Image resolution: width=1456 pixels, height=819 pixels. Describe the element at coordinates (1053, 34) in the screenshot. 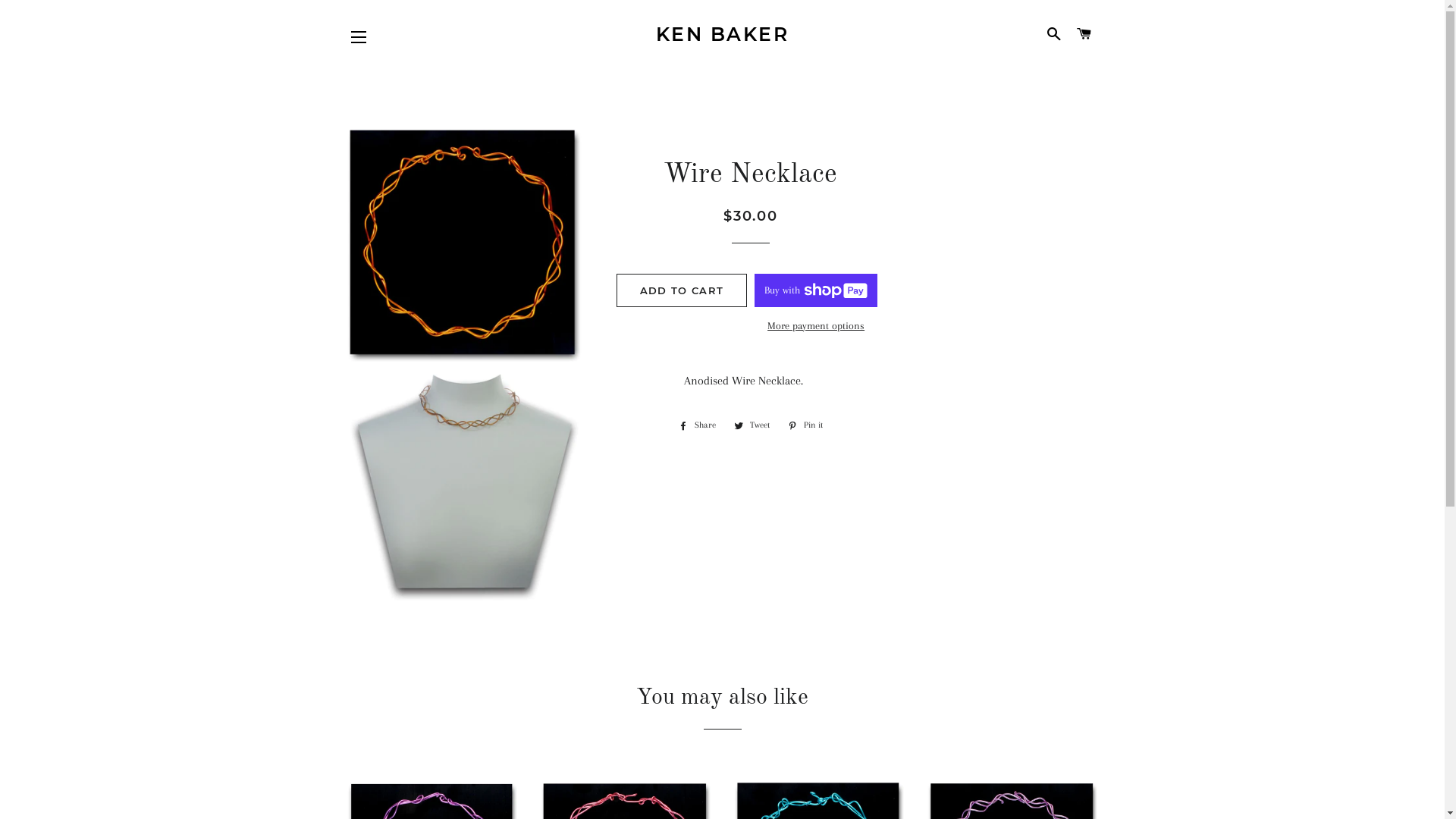

I see `'SEARCH'` at that location.